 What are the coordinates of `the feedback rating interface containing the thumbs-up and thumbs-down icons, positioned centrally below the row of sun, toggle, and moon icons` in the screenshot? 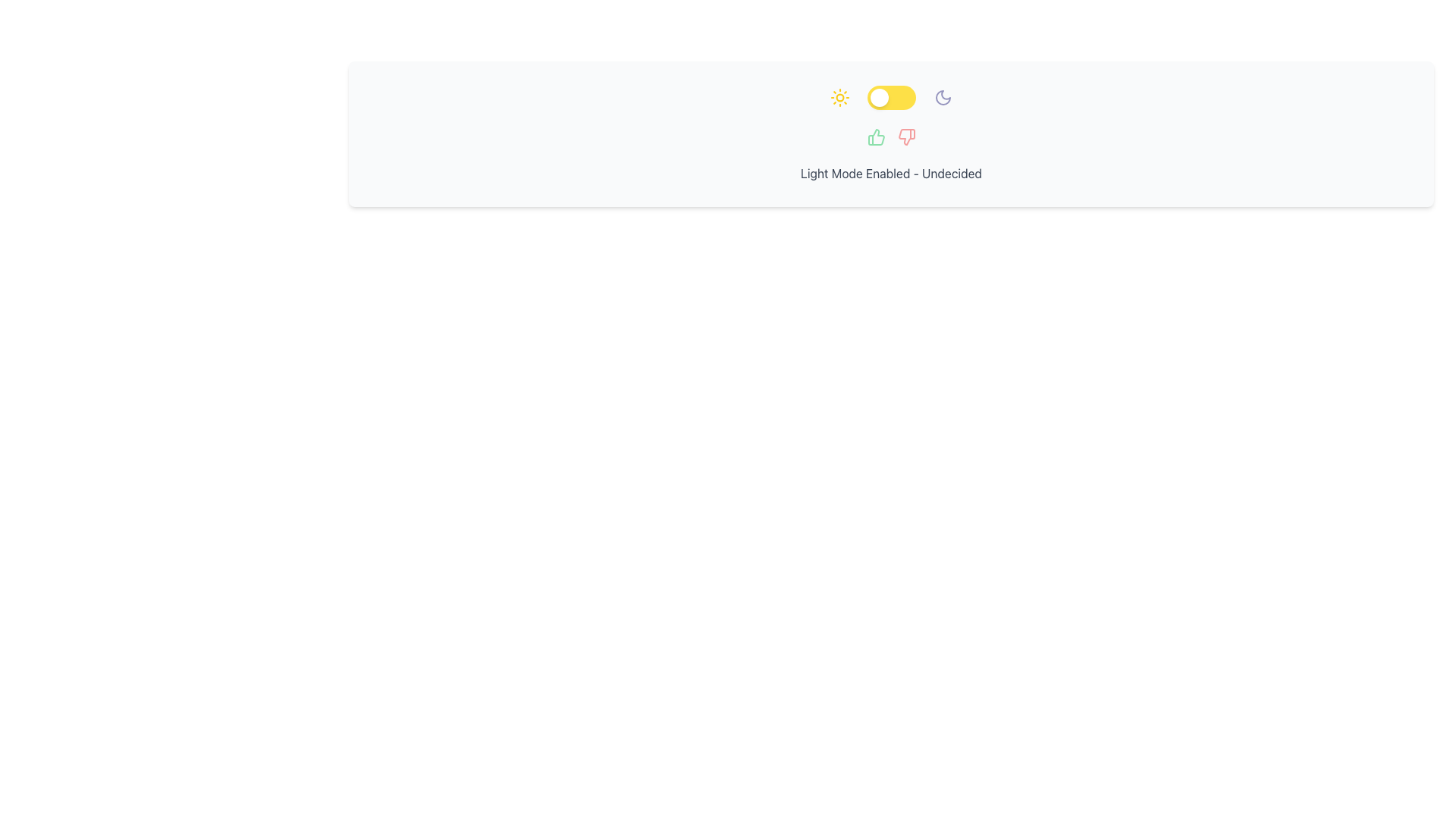 It's located at (891, 137).